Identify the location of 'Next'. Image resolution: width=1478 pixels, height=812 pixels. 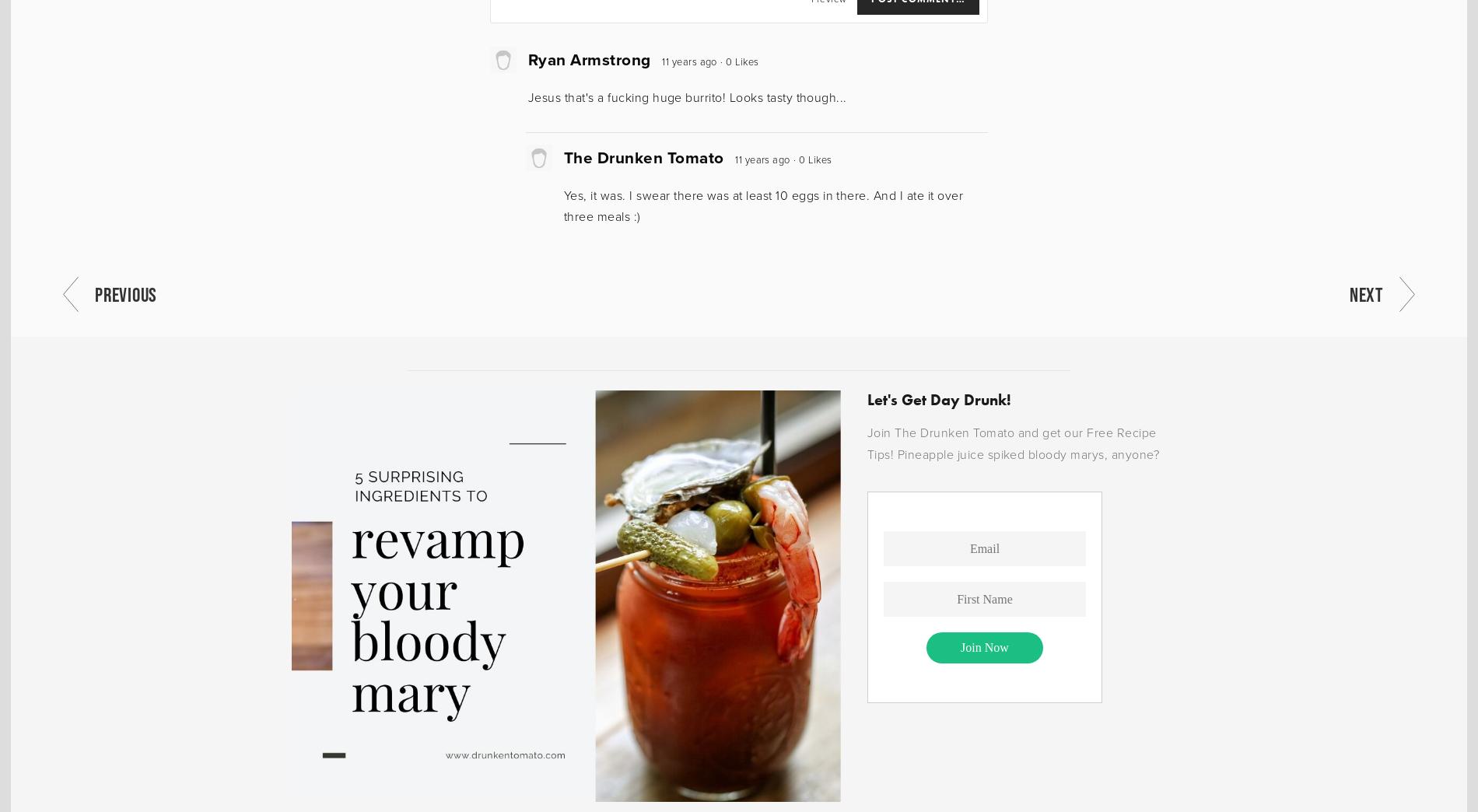
(1364, 294).